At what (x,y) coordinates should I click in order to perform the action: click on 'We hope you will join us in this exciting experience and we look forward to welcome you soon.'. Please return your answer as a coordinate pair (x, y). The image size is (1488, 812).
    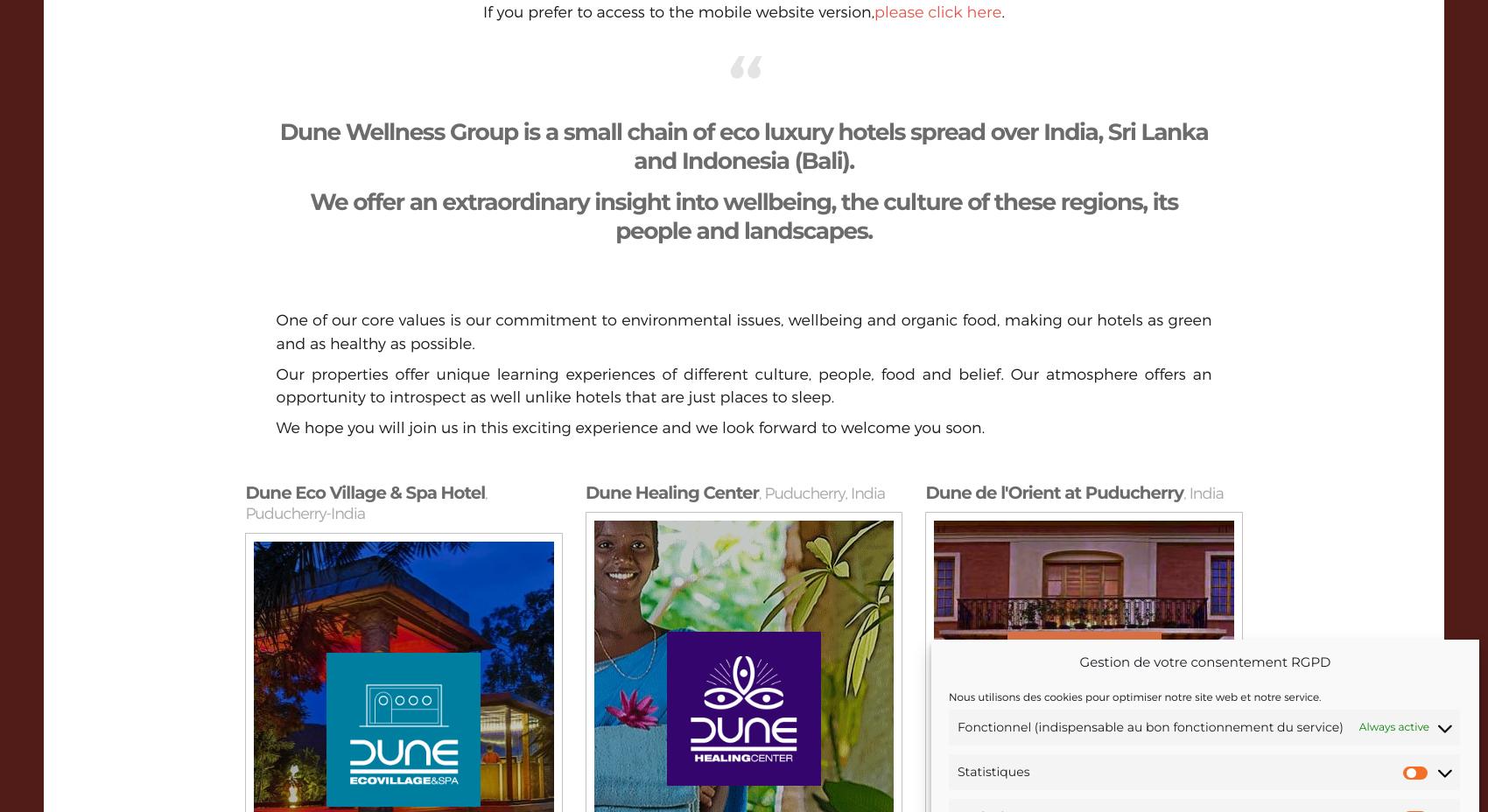
    Looking at the image, I should click on (276, 427).